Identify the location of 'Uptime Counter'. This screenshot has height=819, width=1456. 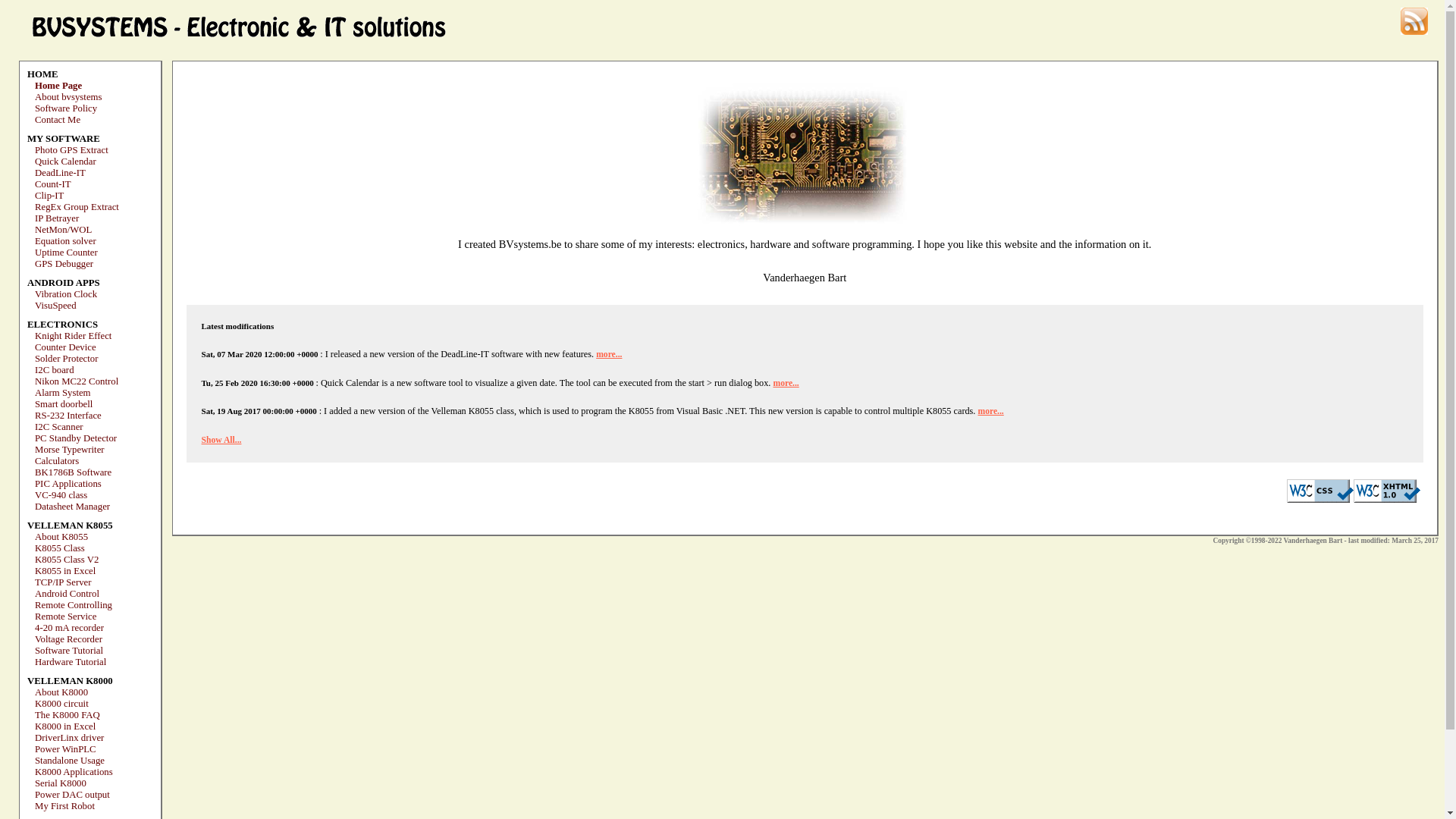
(65, 251).